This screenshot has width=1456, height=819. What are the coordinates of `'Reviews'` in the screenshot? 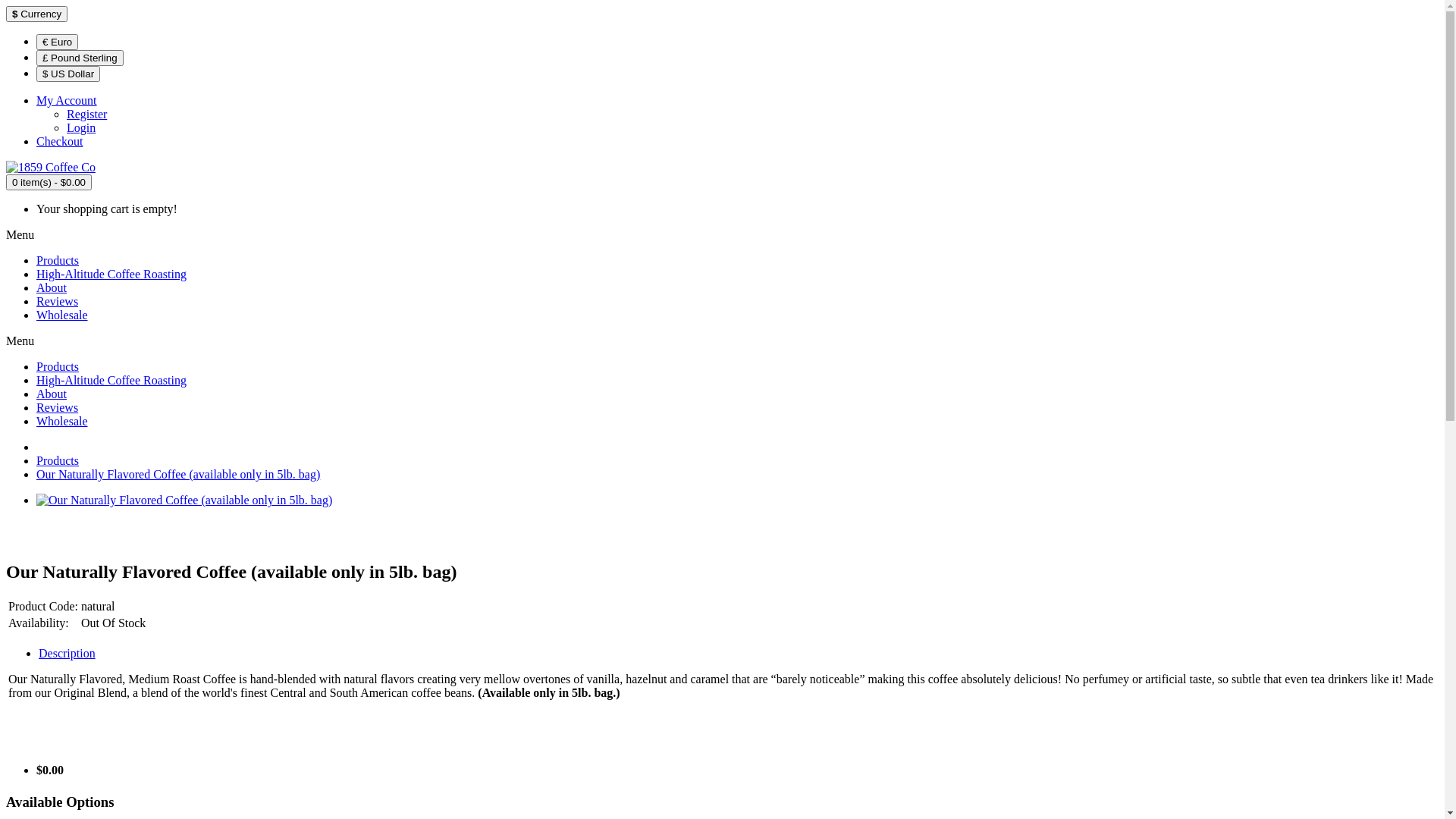 It's located at (57, 406).